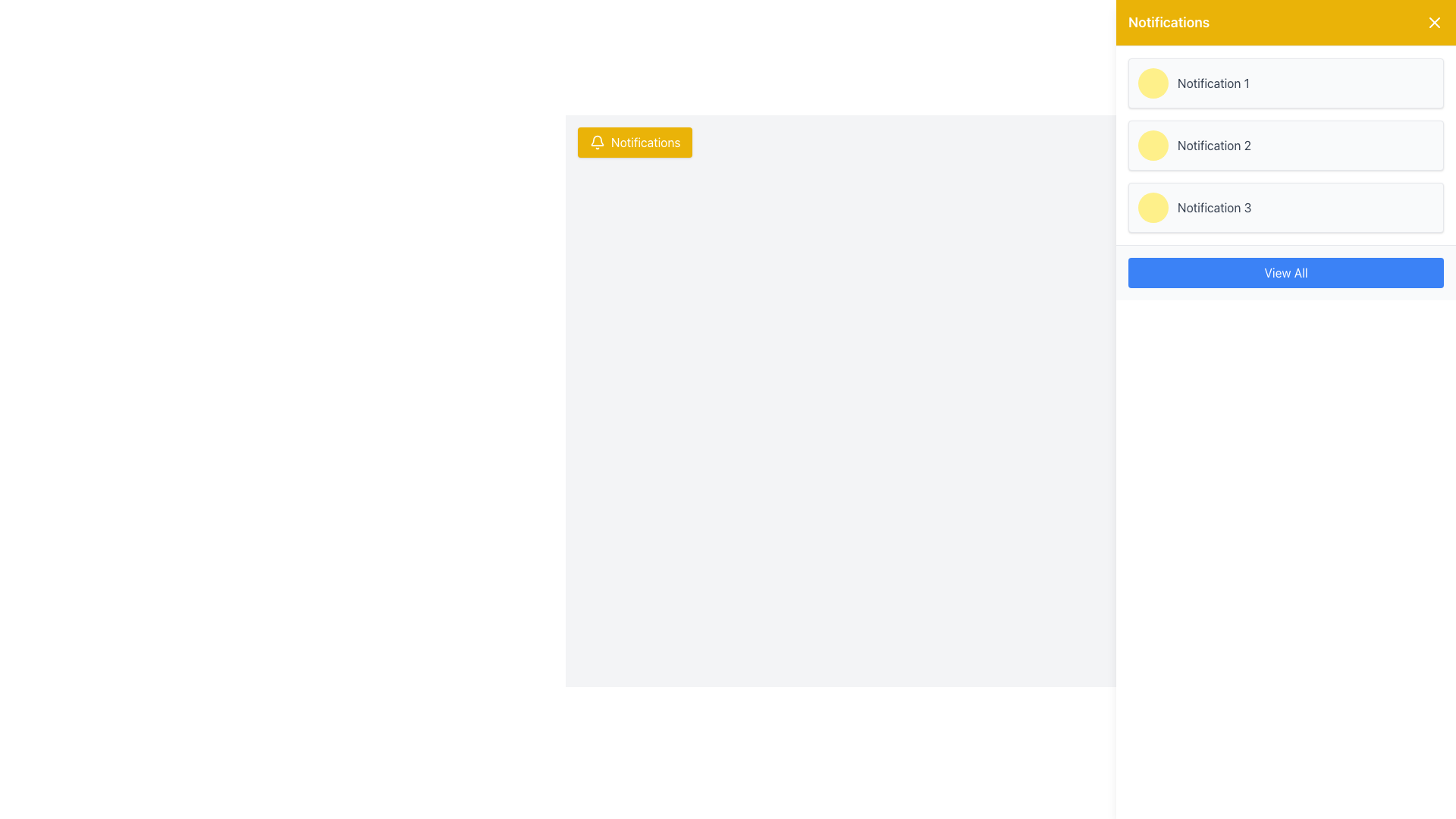 This screenshot has height=819, width=1456. What do you see at coordinates (1214, 146) in the screenshot?
I see `the text label reading 'Notification 2'` at bounding box center [1214, 146].